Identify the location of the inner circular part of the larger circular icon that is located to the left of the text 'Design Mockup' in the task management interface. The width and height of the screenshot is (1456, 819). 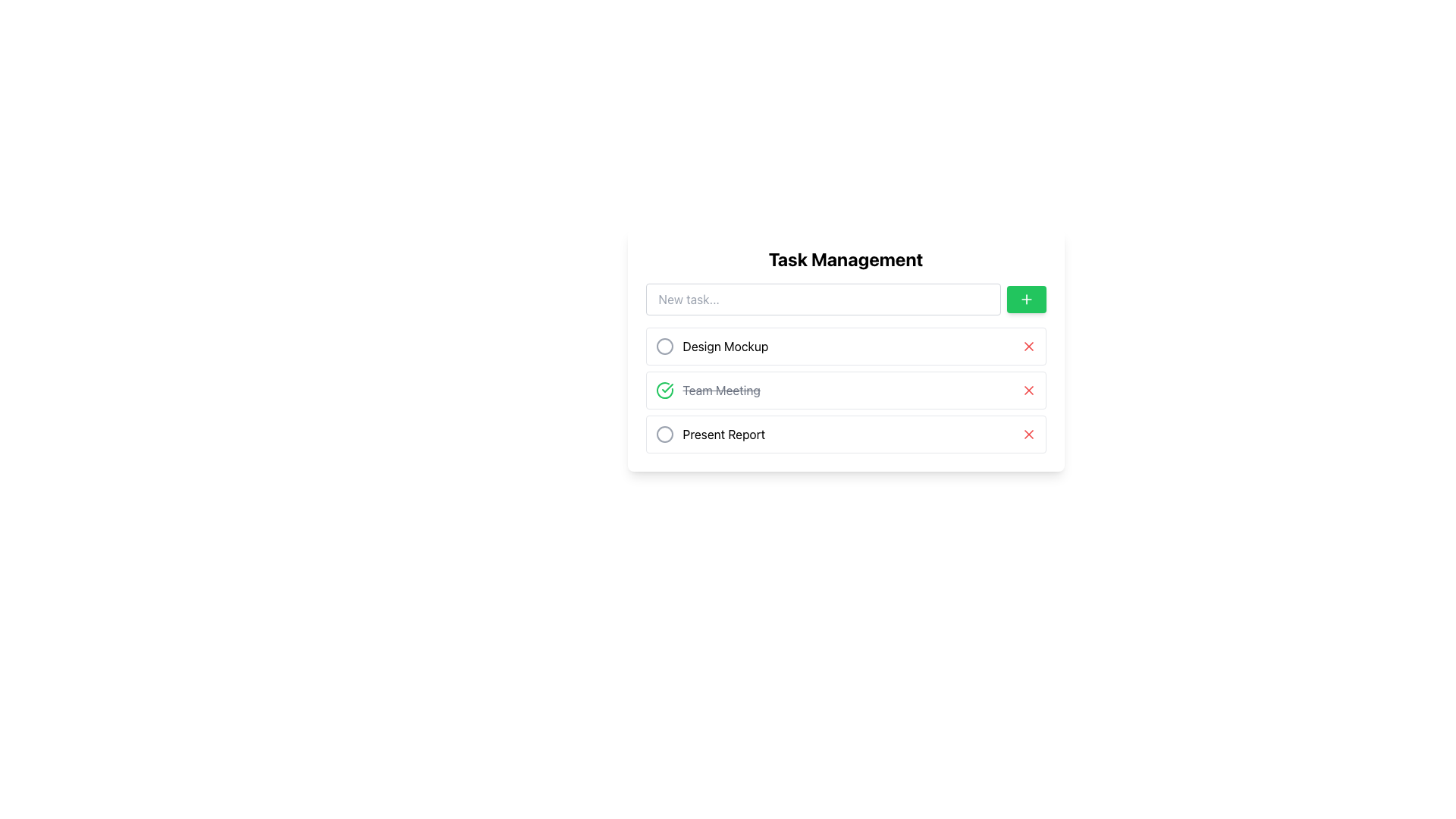
(664, 346).